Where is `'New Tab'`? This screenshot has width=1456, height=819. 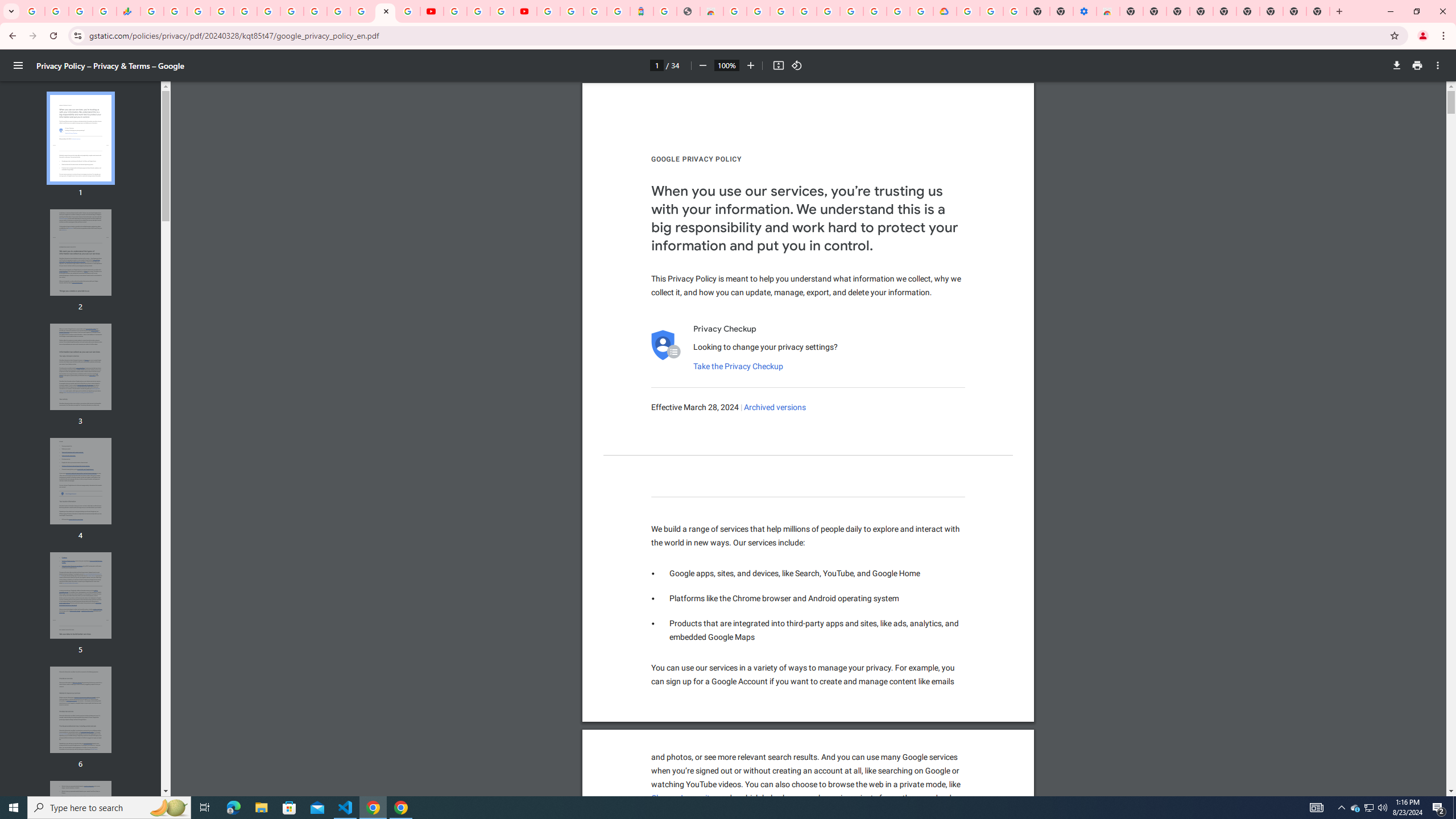
'New Tab' is located at coordinates (1131, 11).